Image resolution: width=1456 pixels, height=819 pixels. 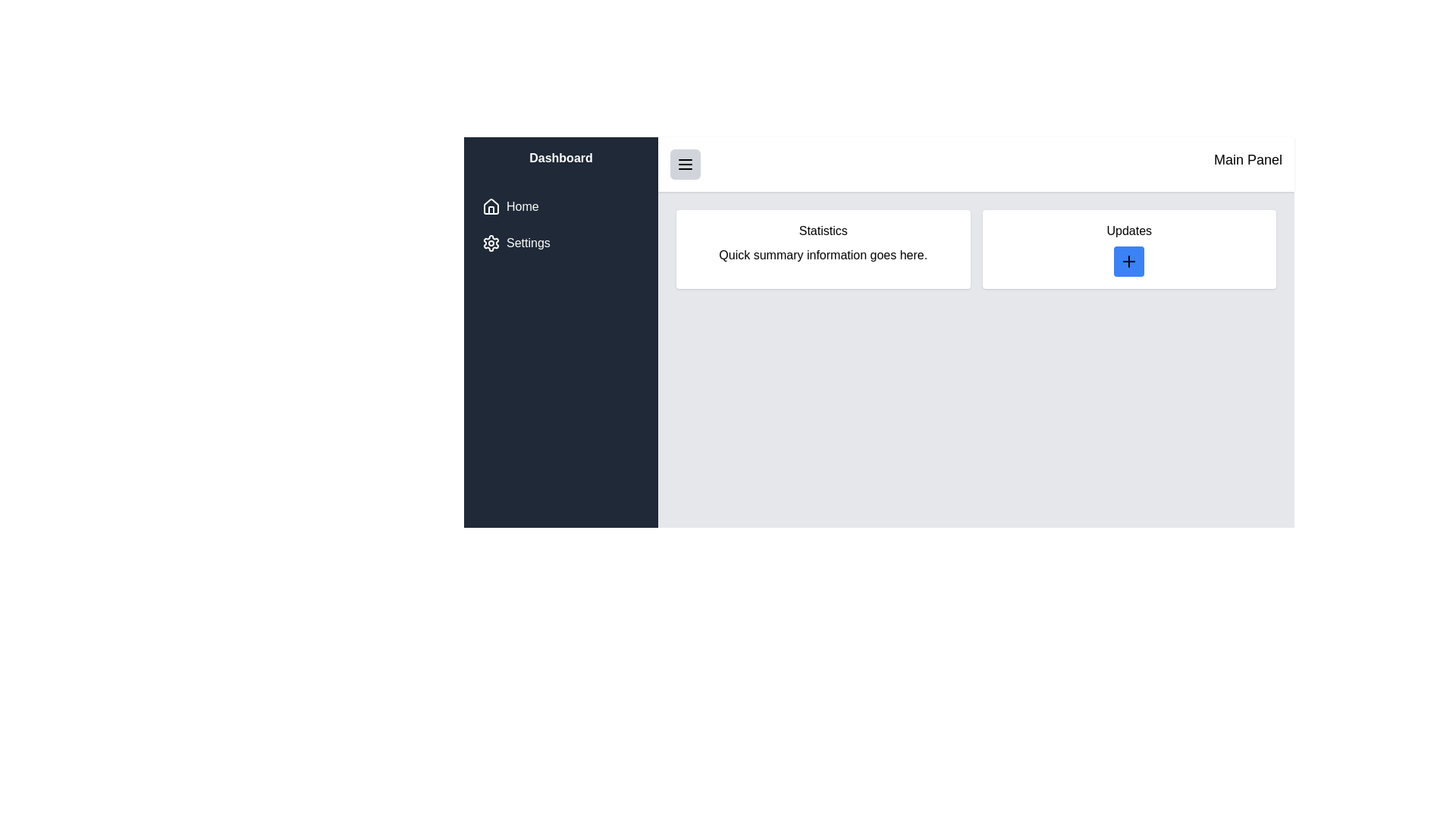 What do you see at coordinates (822, 248) in the screenshot?
I see `the Informational card located in the top-right area of the interface, which is the left card of the layout adjacent to the 'Updates' card` at bounding box center [822, 248].